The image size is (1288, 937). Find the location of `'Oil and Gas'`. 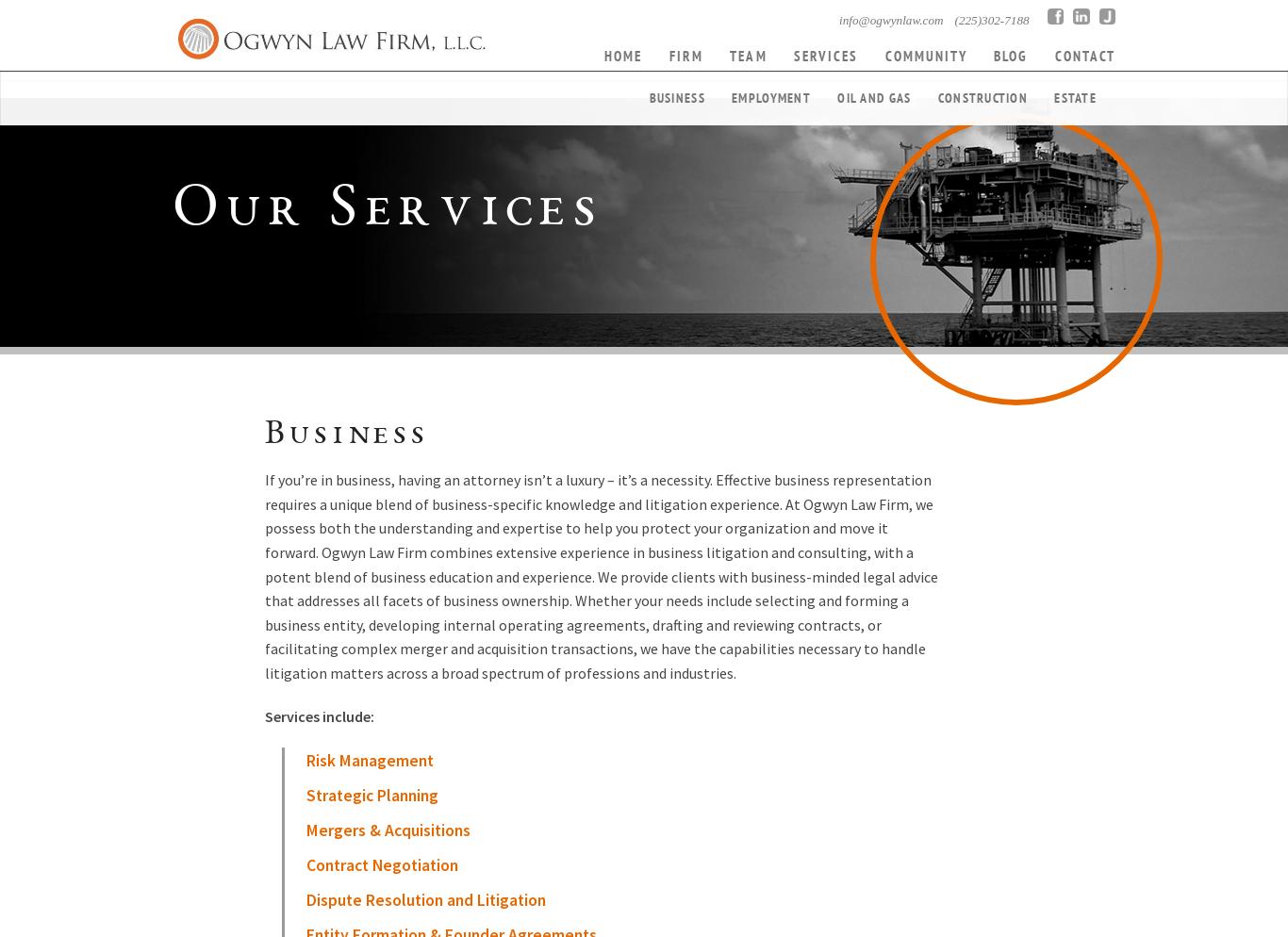

'Oil and Gas' is located at coordinates (873, 97).